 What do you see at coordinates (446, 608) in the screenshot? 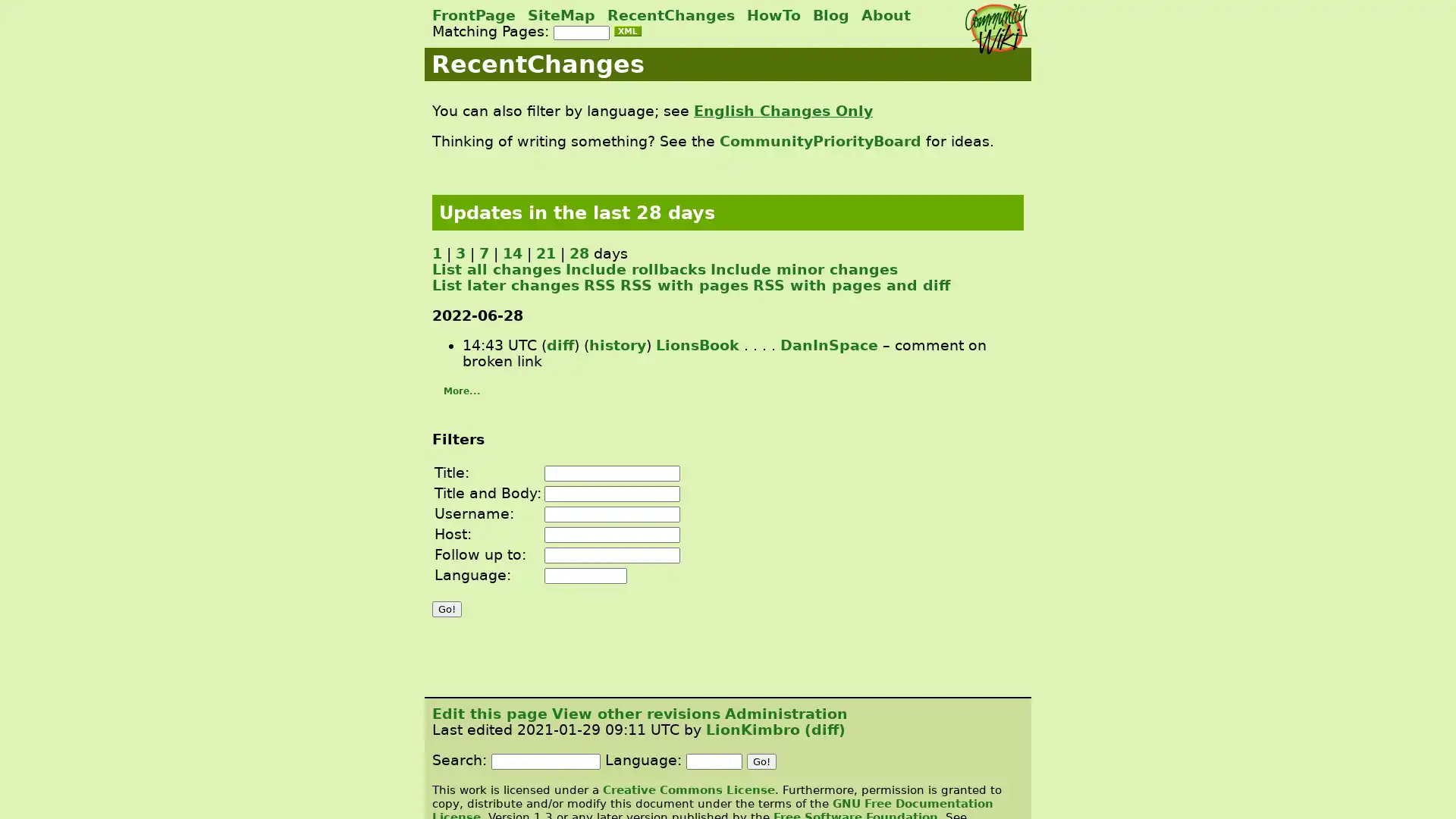
I see `Go!` at bounding box center [446, 608].